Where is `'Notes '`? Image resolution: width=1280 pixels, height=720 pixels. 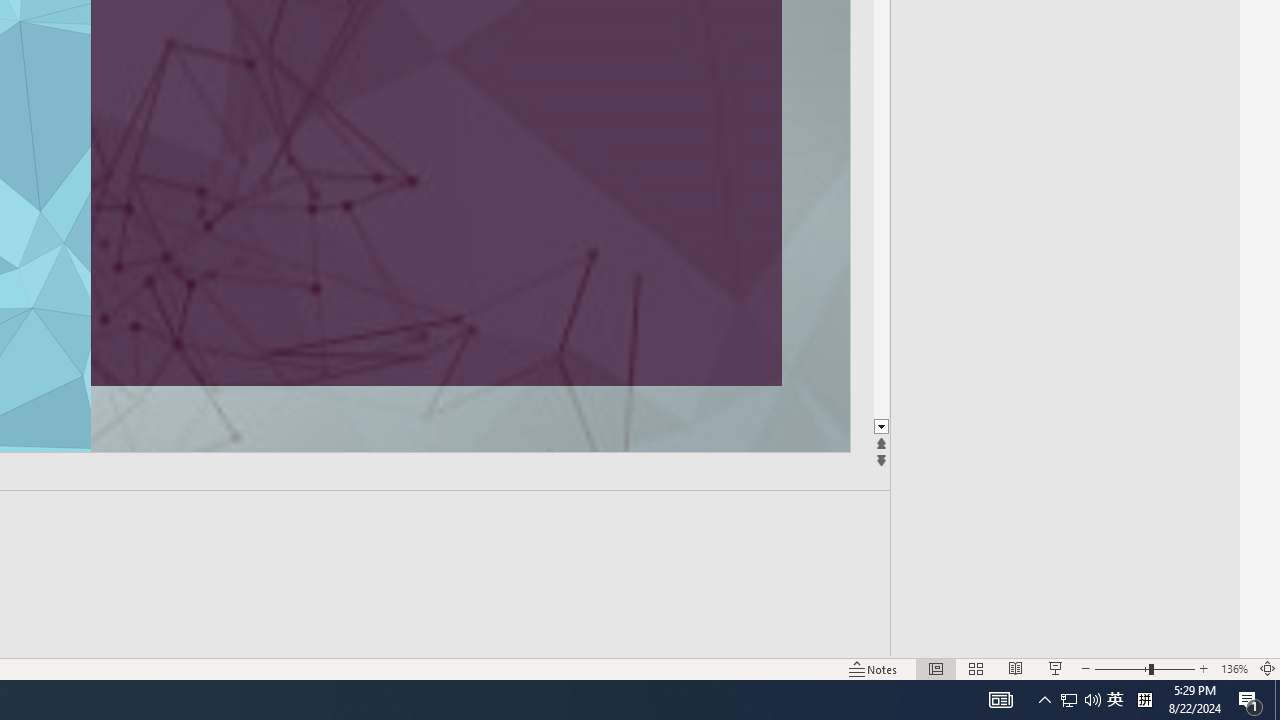 'Notes ' is located at coordinates (874, 669).